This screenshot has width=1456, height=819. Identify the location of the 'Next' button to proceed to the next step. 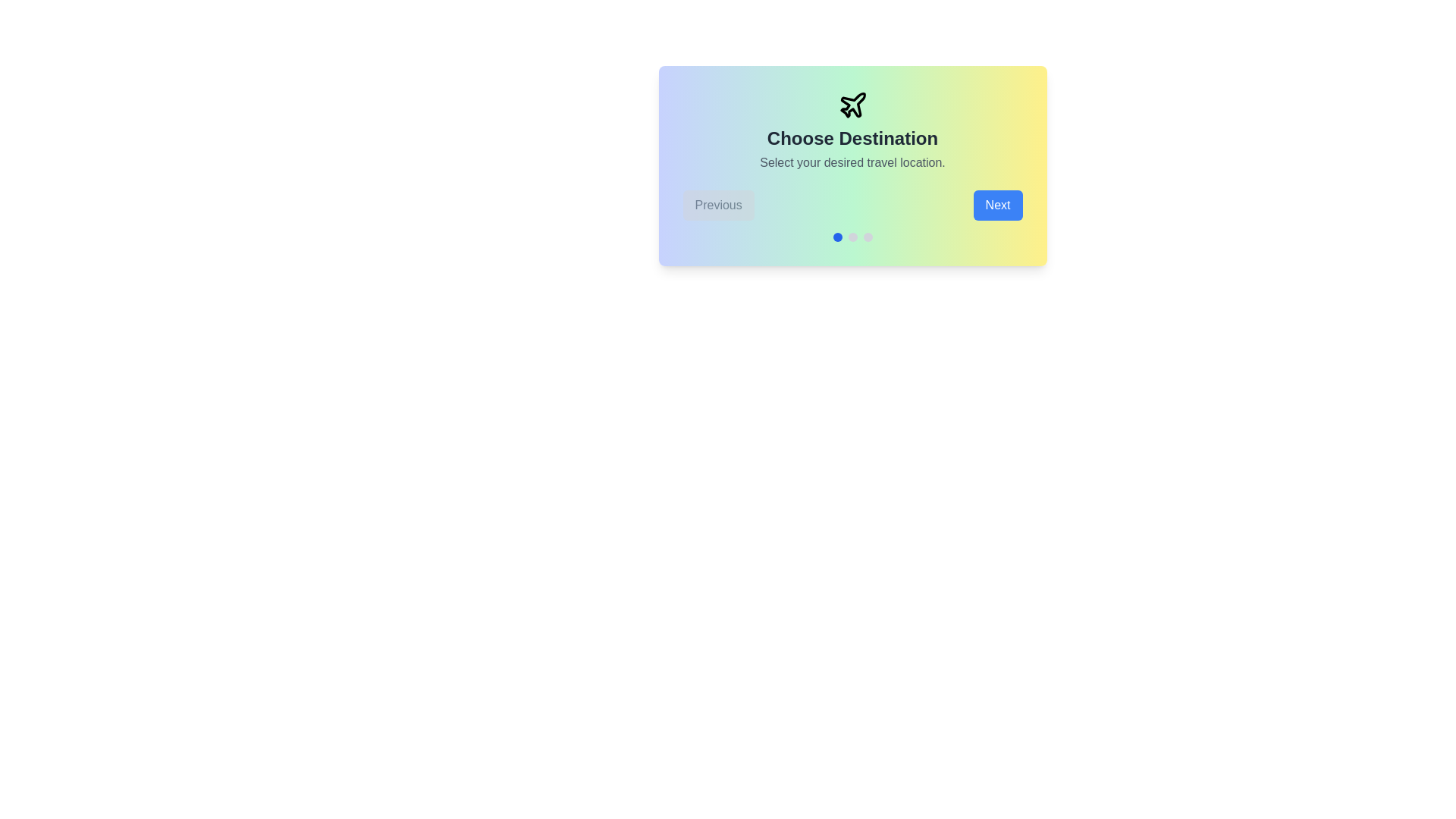
(997, 205).